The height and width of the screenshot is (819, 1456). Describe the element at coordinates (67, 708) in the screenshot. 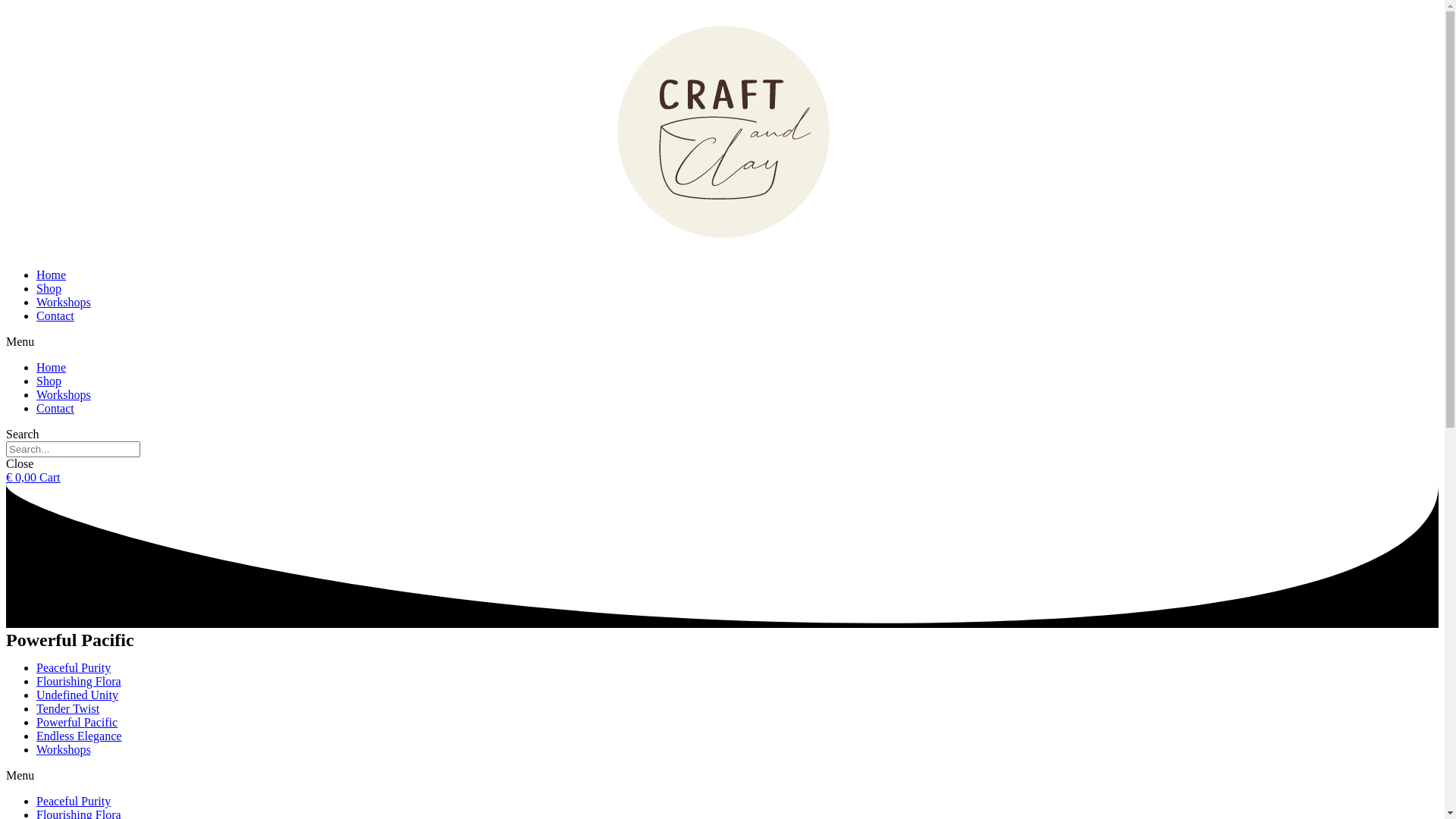

I see `'Tender Twist'` at that location.